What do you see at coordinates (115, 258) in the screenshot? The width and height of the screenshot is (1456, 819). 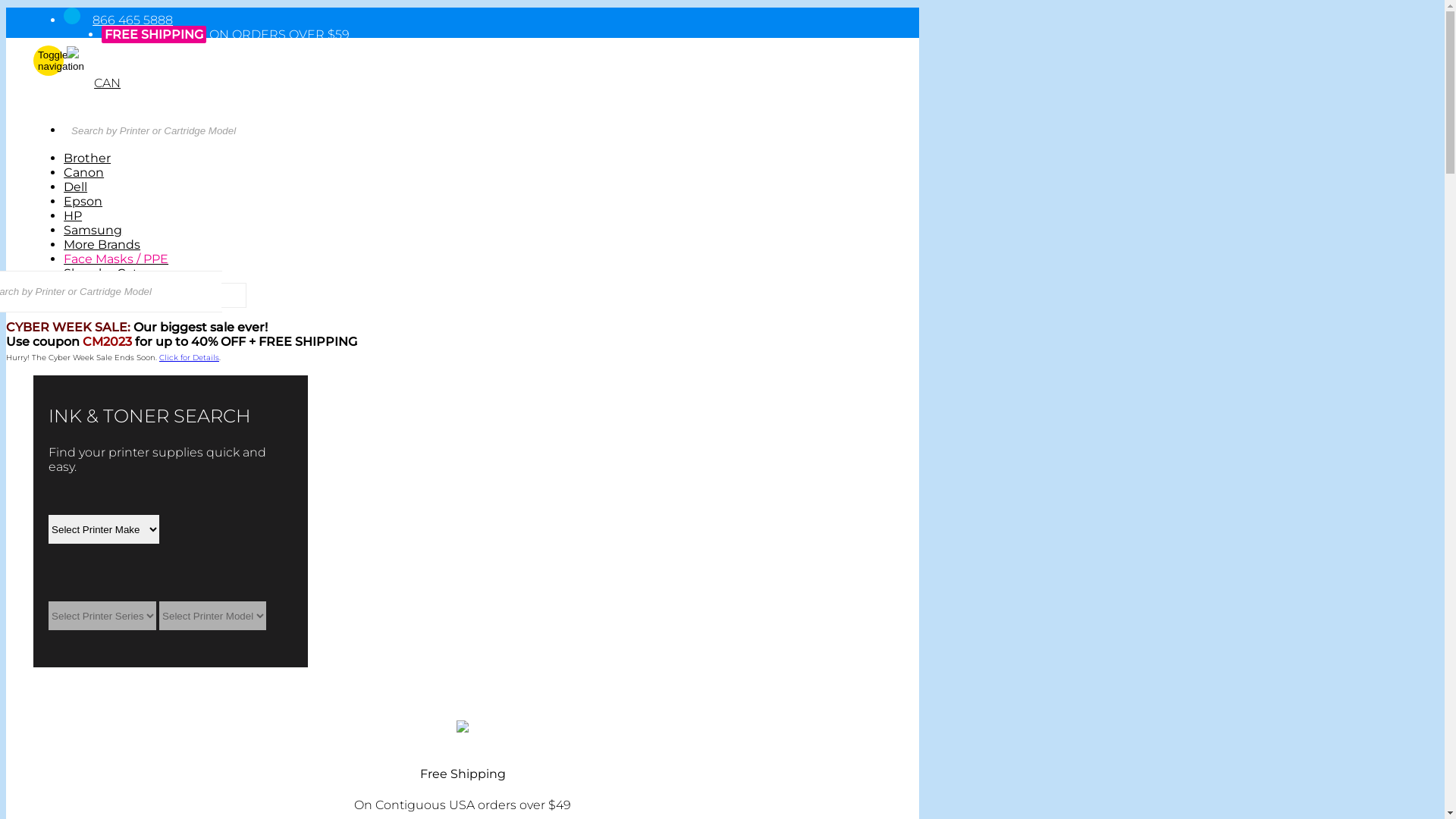 I see `'Face Masks / PPE'` at bounding box center [115, 258].